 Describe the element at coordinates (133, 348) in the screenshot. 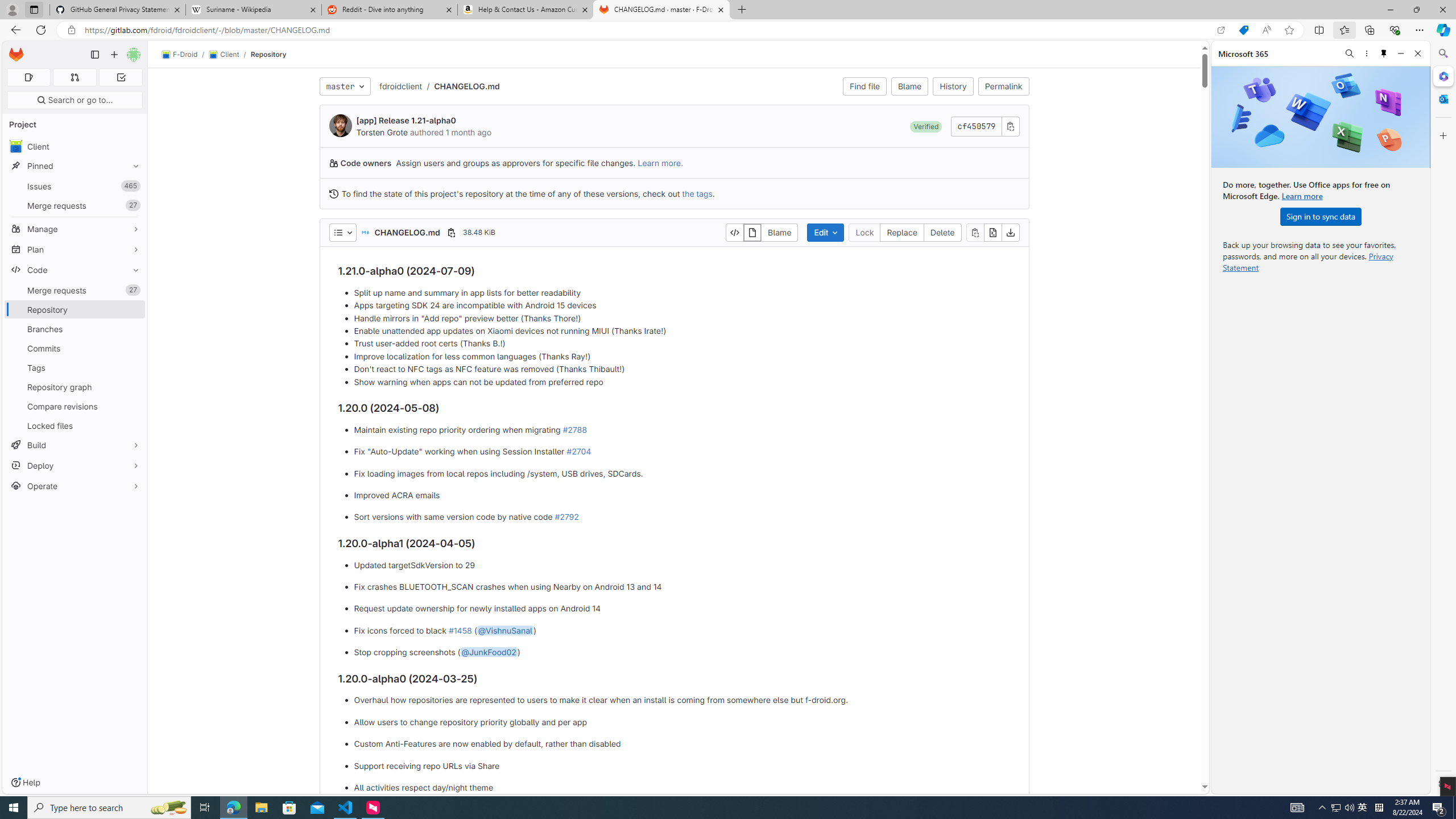

I see `'Pin Commits'` at that location.